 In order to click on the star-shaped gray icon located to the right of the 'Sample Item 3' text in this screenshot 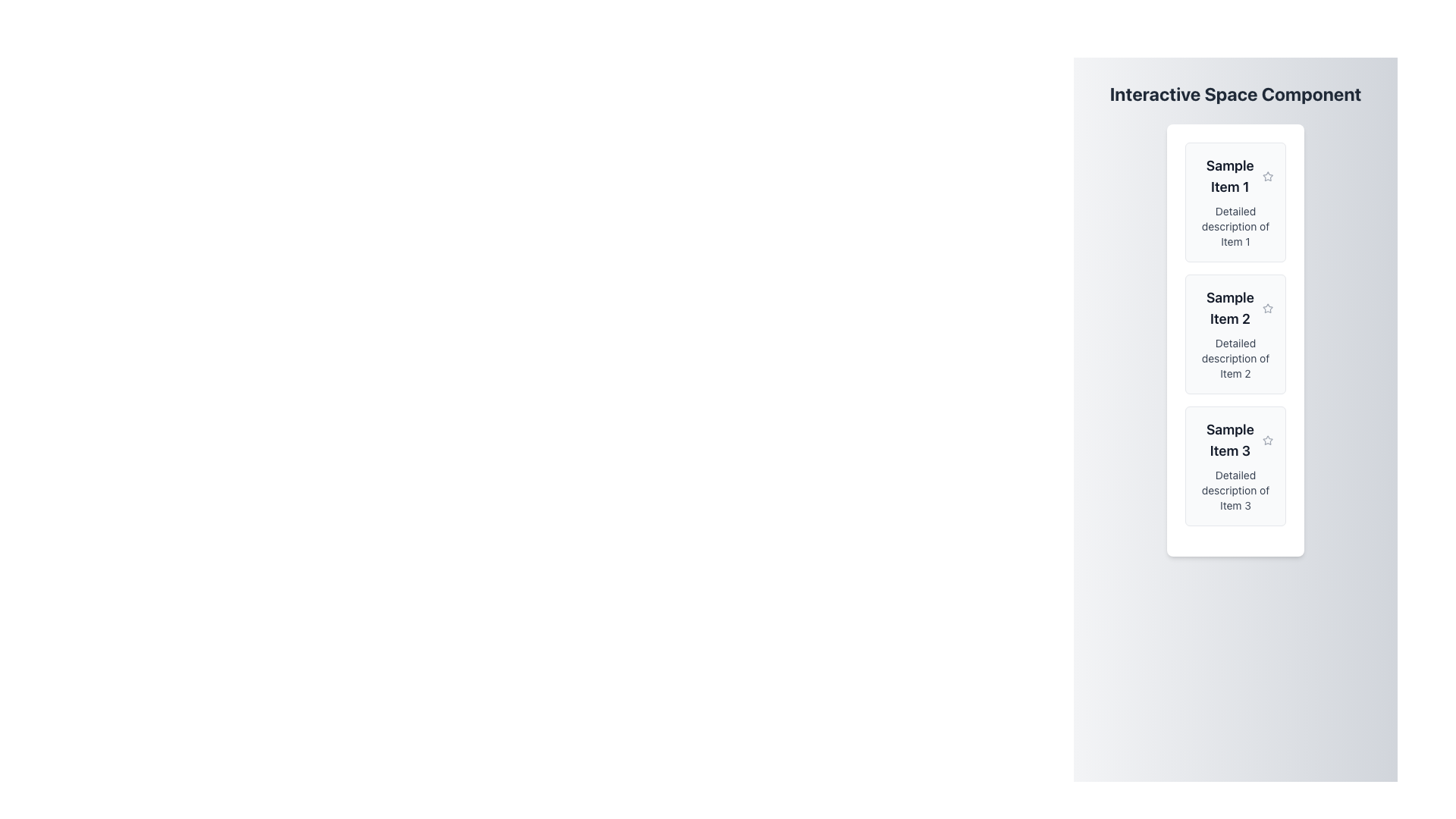, I will do `click(1268, 441)`.